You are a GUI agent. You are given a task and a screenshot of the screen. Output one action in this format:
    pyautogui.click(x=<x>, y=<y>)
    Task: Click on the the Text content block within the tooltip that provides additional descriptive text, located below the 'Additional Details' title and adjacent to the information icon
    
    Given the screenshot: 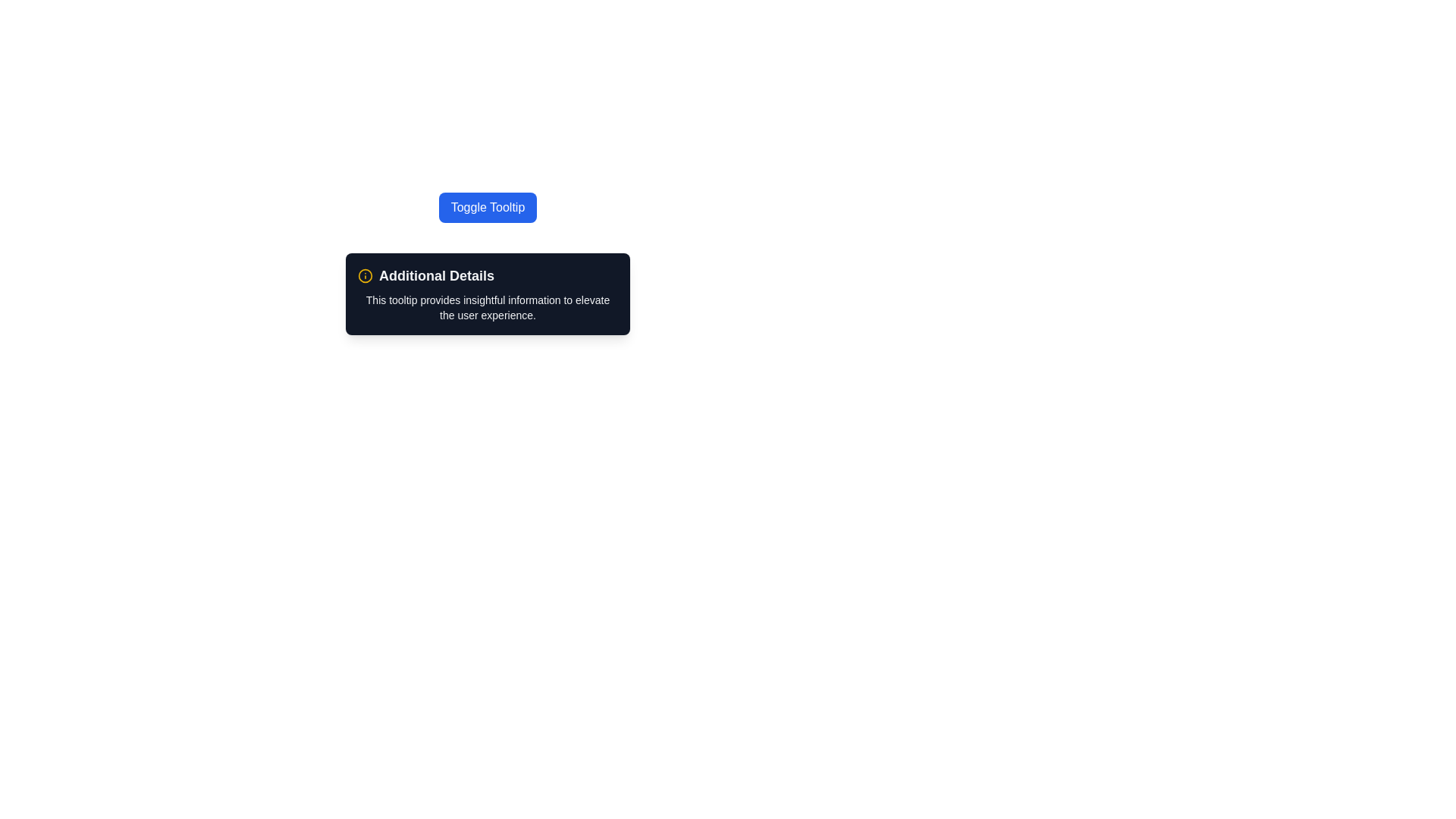 What is the action you would take?
    pyautogui.click(x=488, y=307)
    